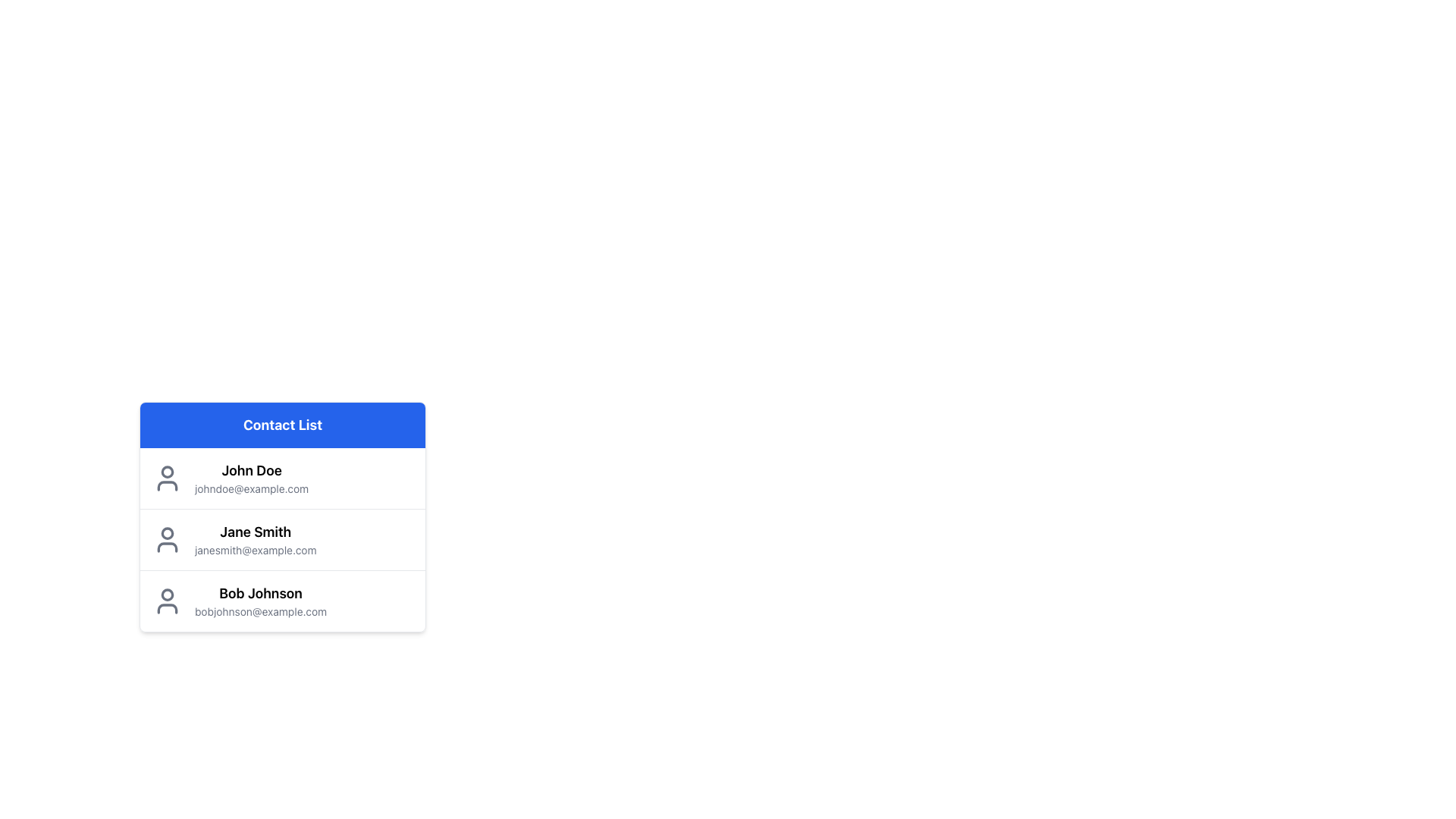 The image size is (1456, 819). I want to click on the contact entry displaying the name and email data, so click(255, 539).